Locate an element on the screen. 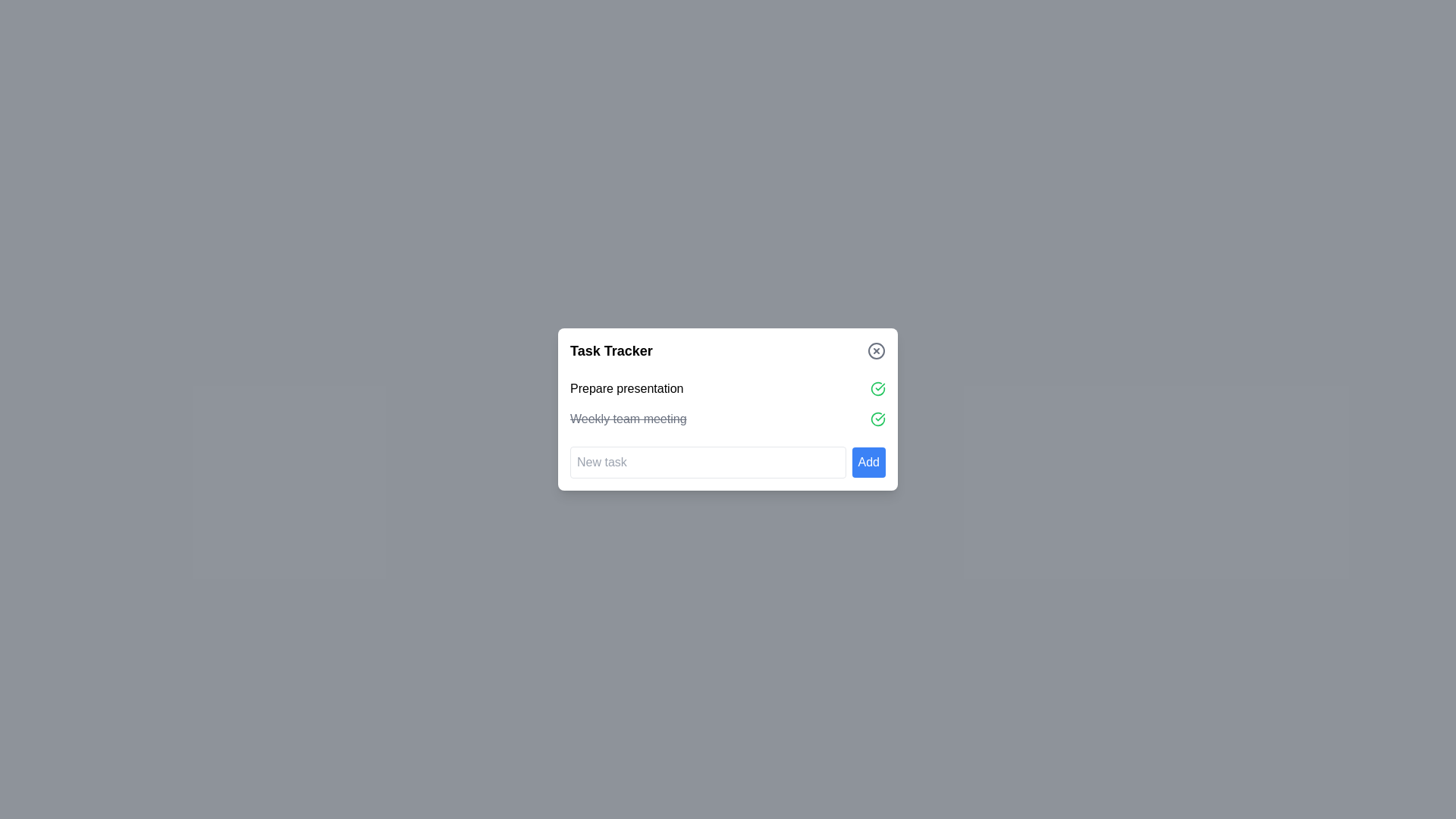 The width and height of the screenshot is (1456, 819). the close button located on the right side of the title bar of the task management interface is located at coordinates (728, 356).